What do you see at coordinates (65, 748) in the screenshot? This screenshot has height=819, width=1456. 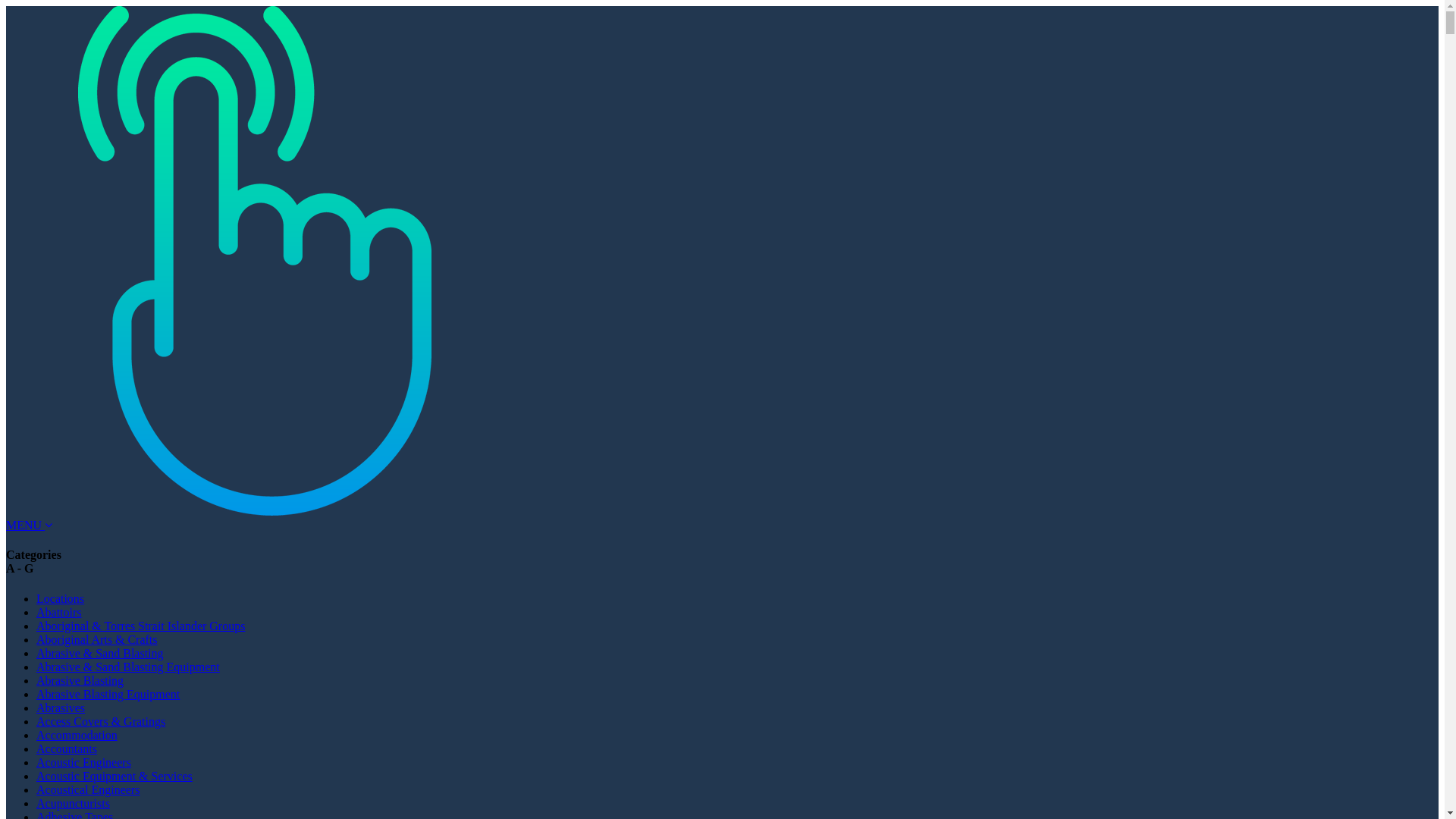 I see `'Accountants'` at bounding box center [65, 748].